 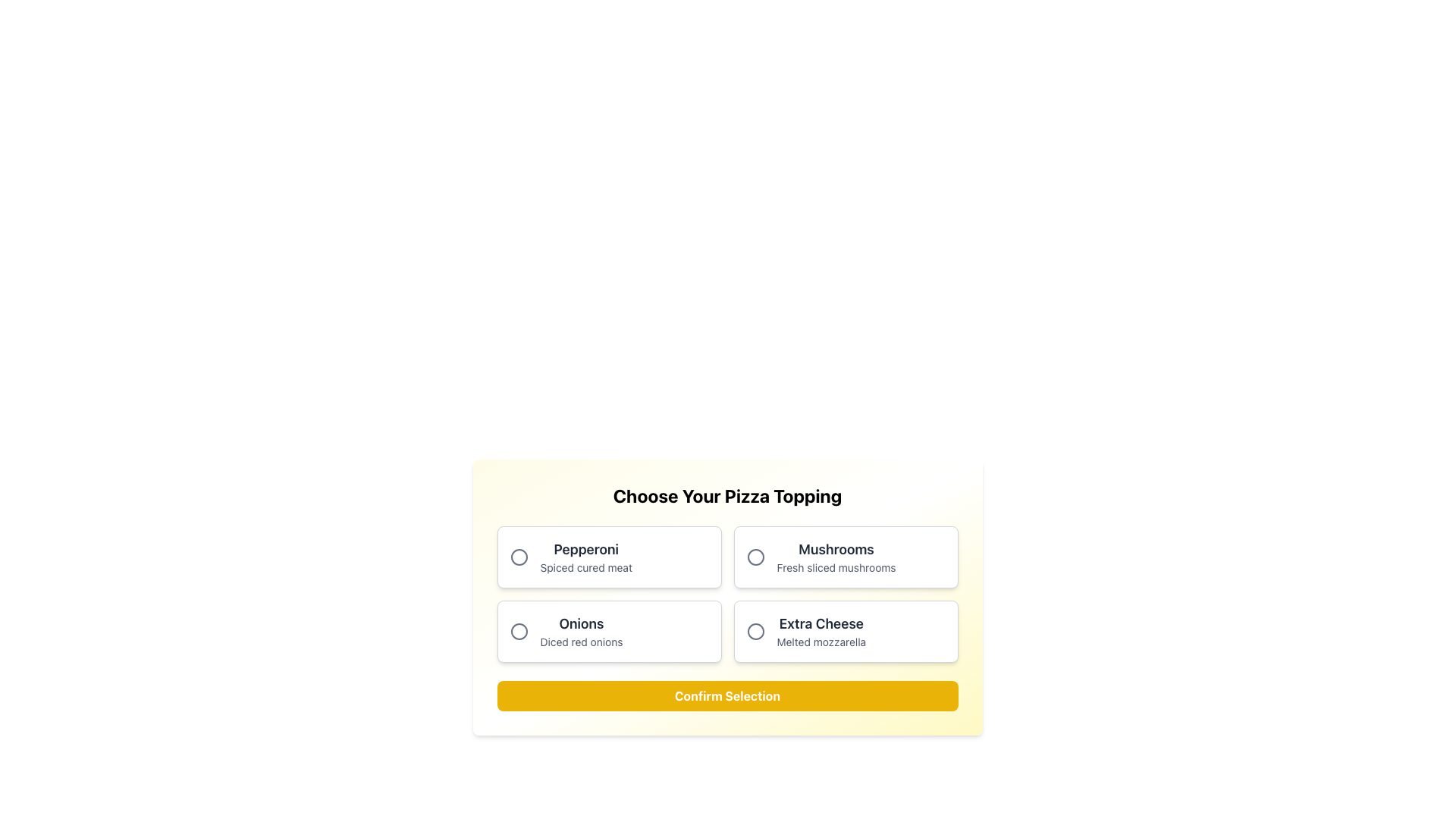 What do you see at coordinates (755, 632) in the screenshot?
I see `the gray circle indicator/icon located to the left of the text 'Extra Cheese' in the bottom-right card of the 'Choose Your Pizza Topping' section for additional information` at bounding box center [755, 632].